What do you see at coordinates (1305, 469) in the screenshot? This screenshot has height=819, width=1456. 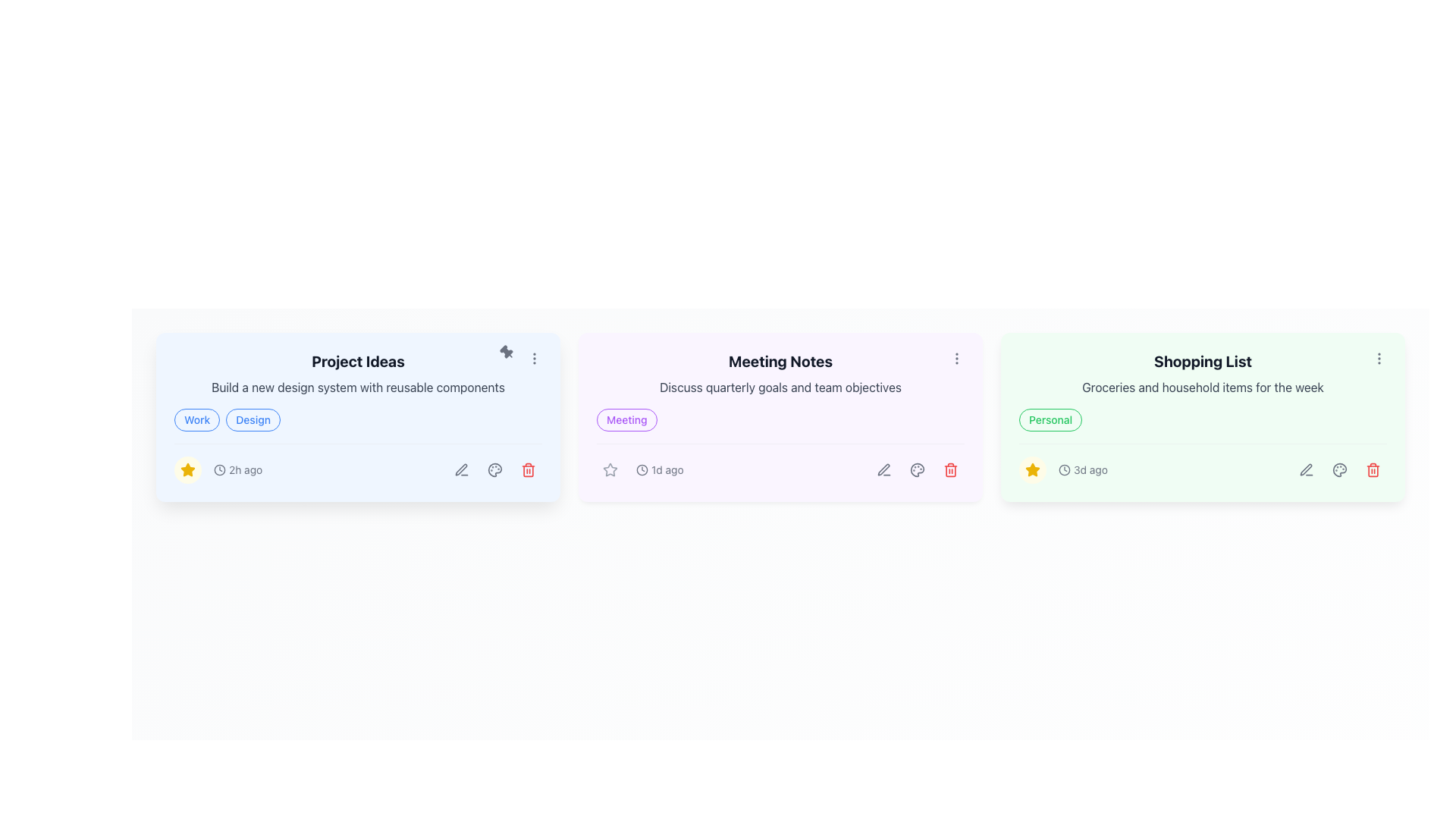 I see `the stylized pen icon button located in the bottom center of the 'Shopping List' card` at bounding box center [1305, 469].